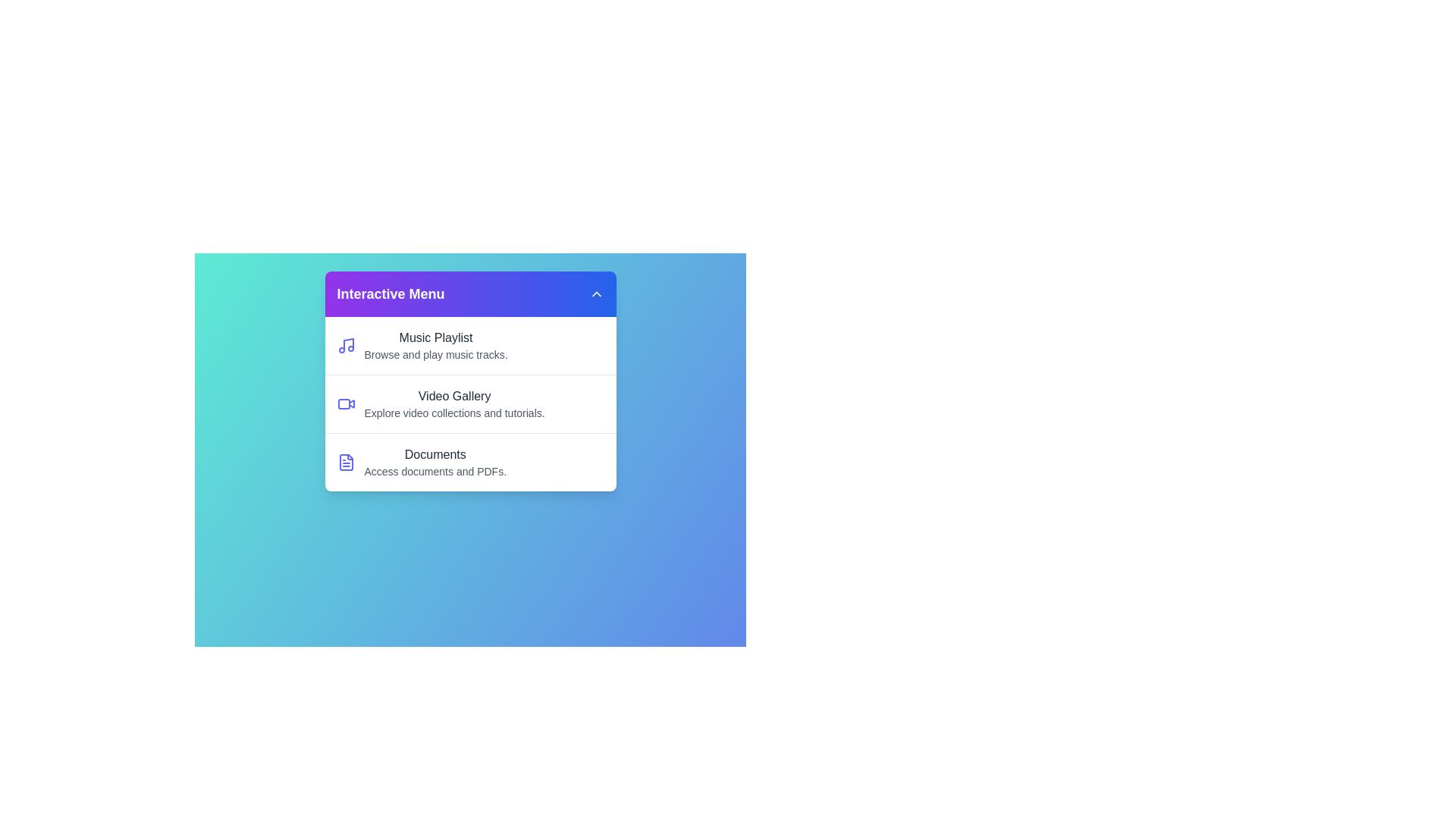 This screenshot has width=1456, height=819. What do you see at coordinates (469, 461) in the screenshot?
I see `the menu item Documents` at bounding box center [469, 461].